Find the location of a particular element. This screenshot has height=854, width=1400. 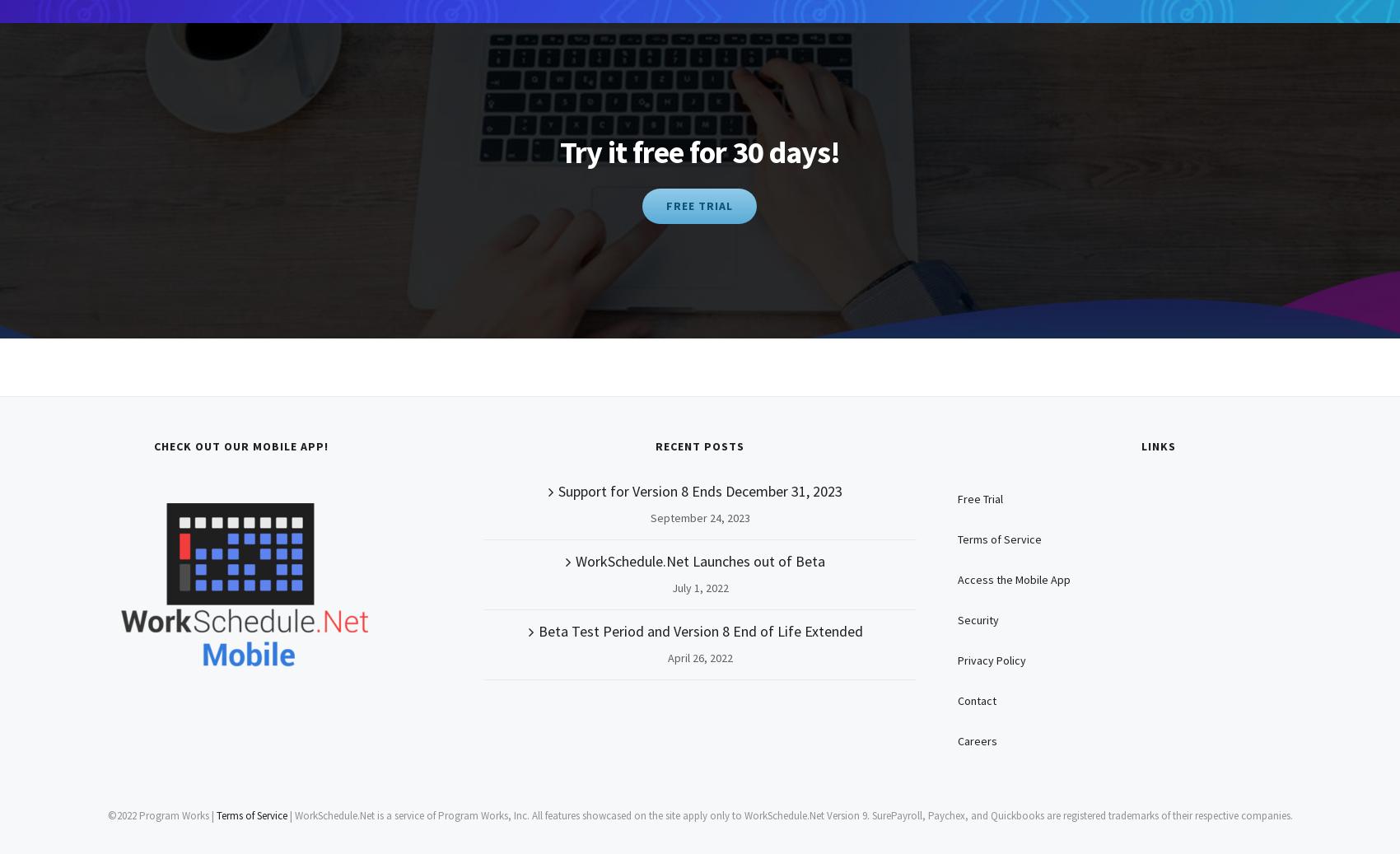

'Try it free for 30 days!' is located at coordinates (558, 151).